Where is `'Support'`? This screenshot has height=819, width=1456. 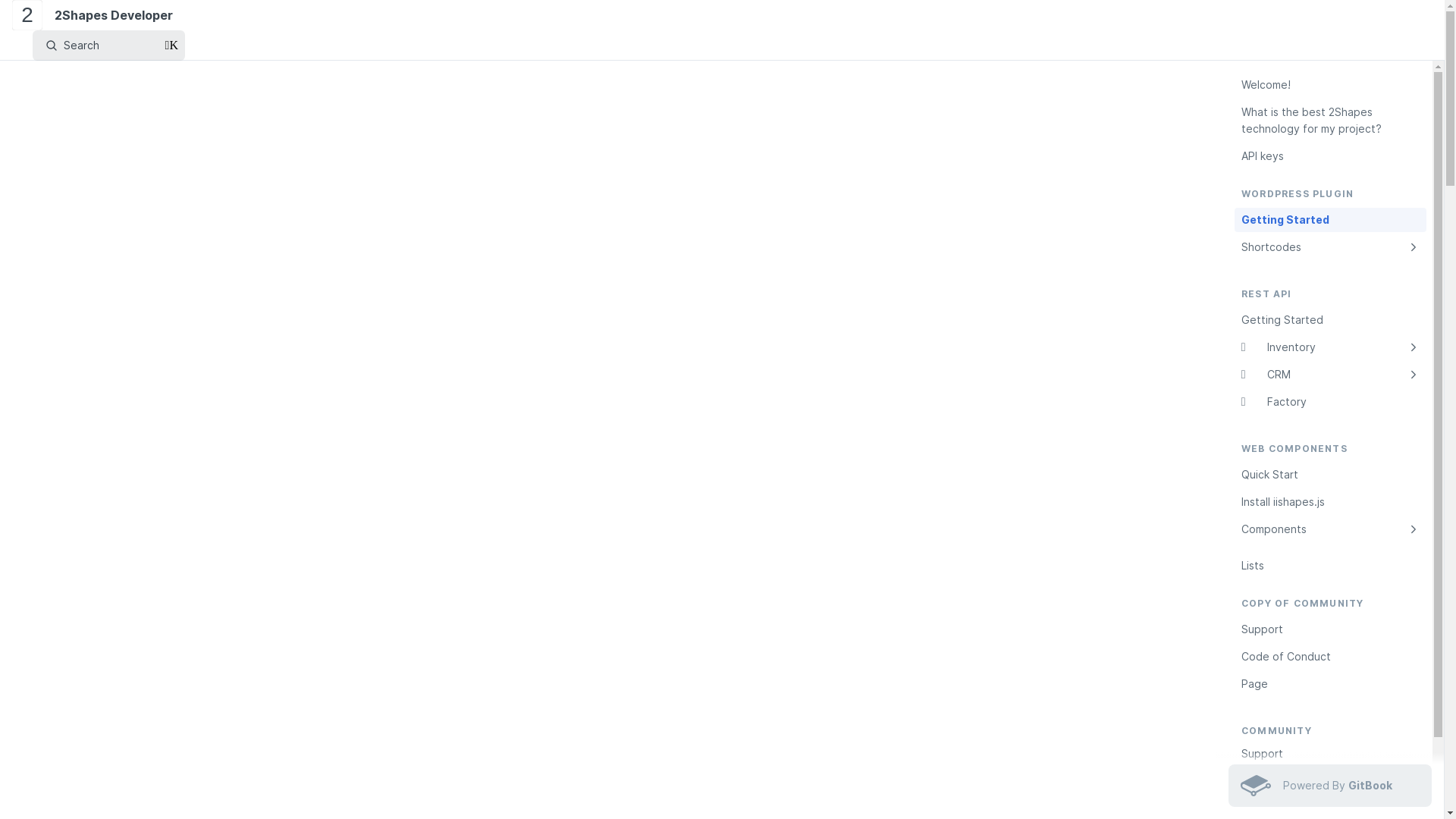
'Support' is located at coordinates (1329, 629).